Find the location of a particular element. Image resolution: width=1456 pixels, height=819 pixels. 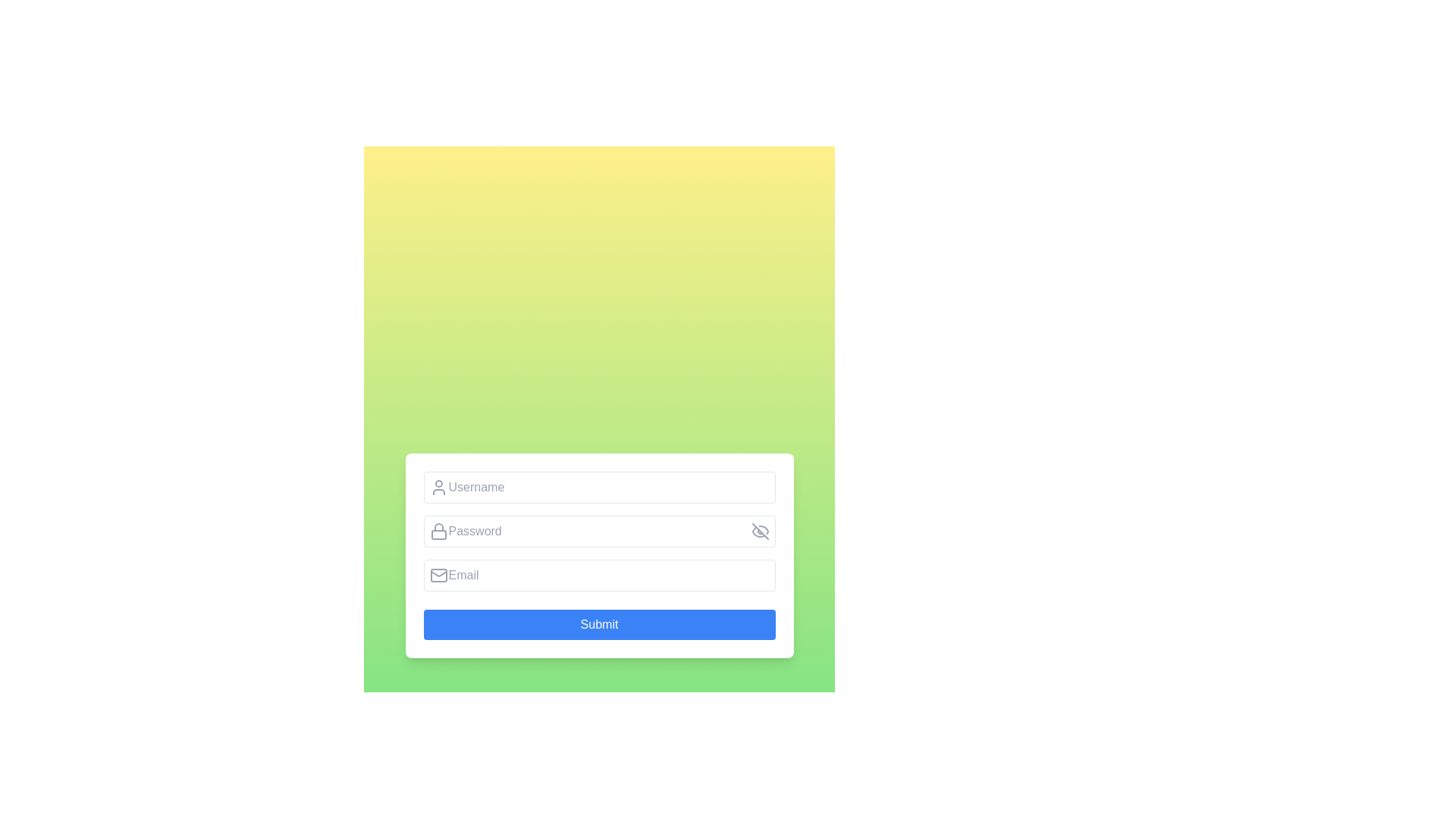

the password visibility toggle button located at the far-right end of the 'Password' input field to get more information is located at coordinates (760, 531).